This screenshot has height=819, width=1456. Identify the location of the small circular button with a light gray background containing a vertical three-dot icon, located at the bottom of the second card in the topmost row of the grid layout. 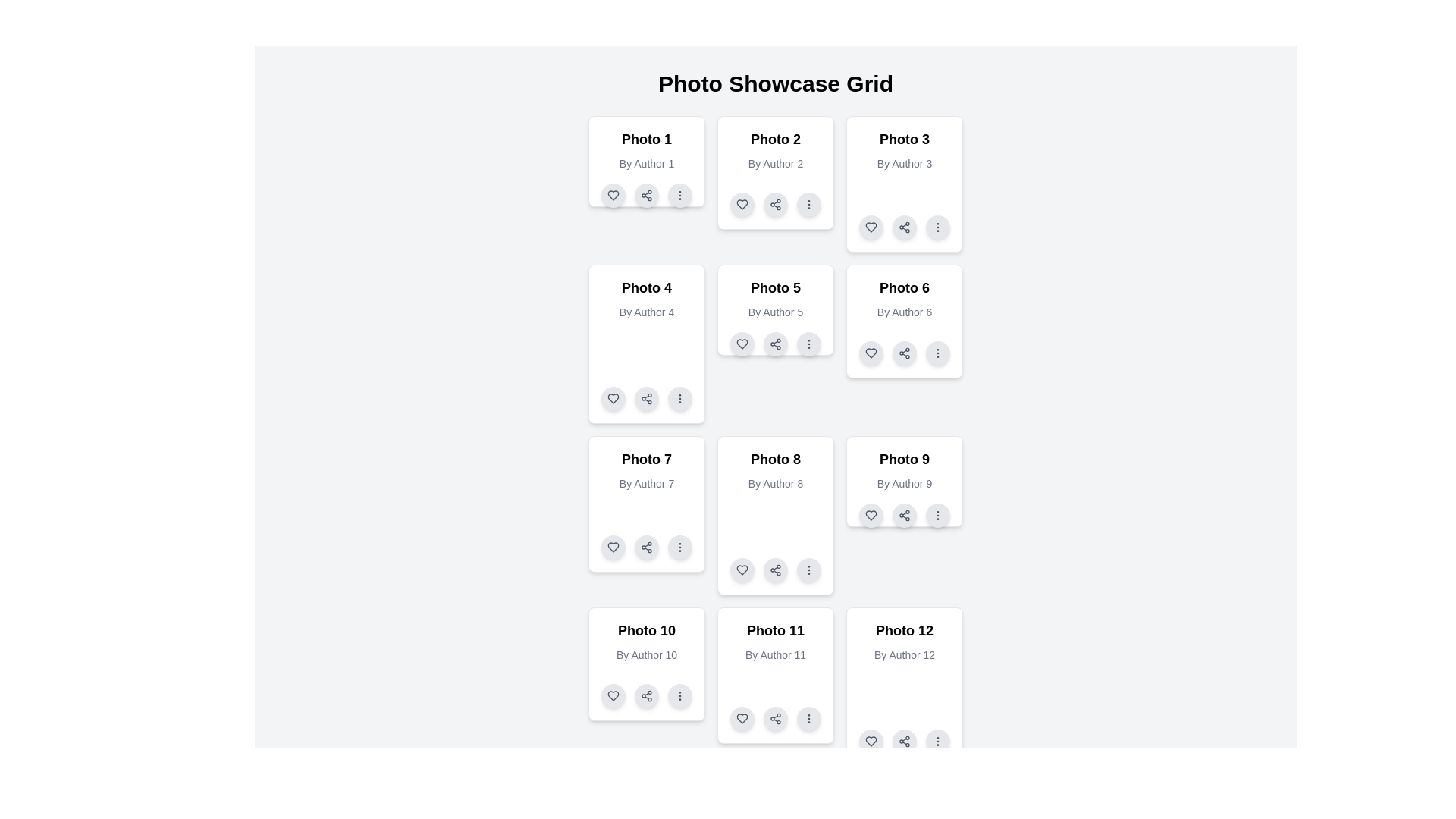
(808, 205).